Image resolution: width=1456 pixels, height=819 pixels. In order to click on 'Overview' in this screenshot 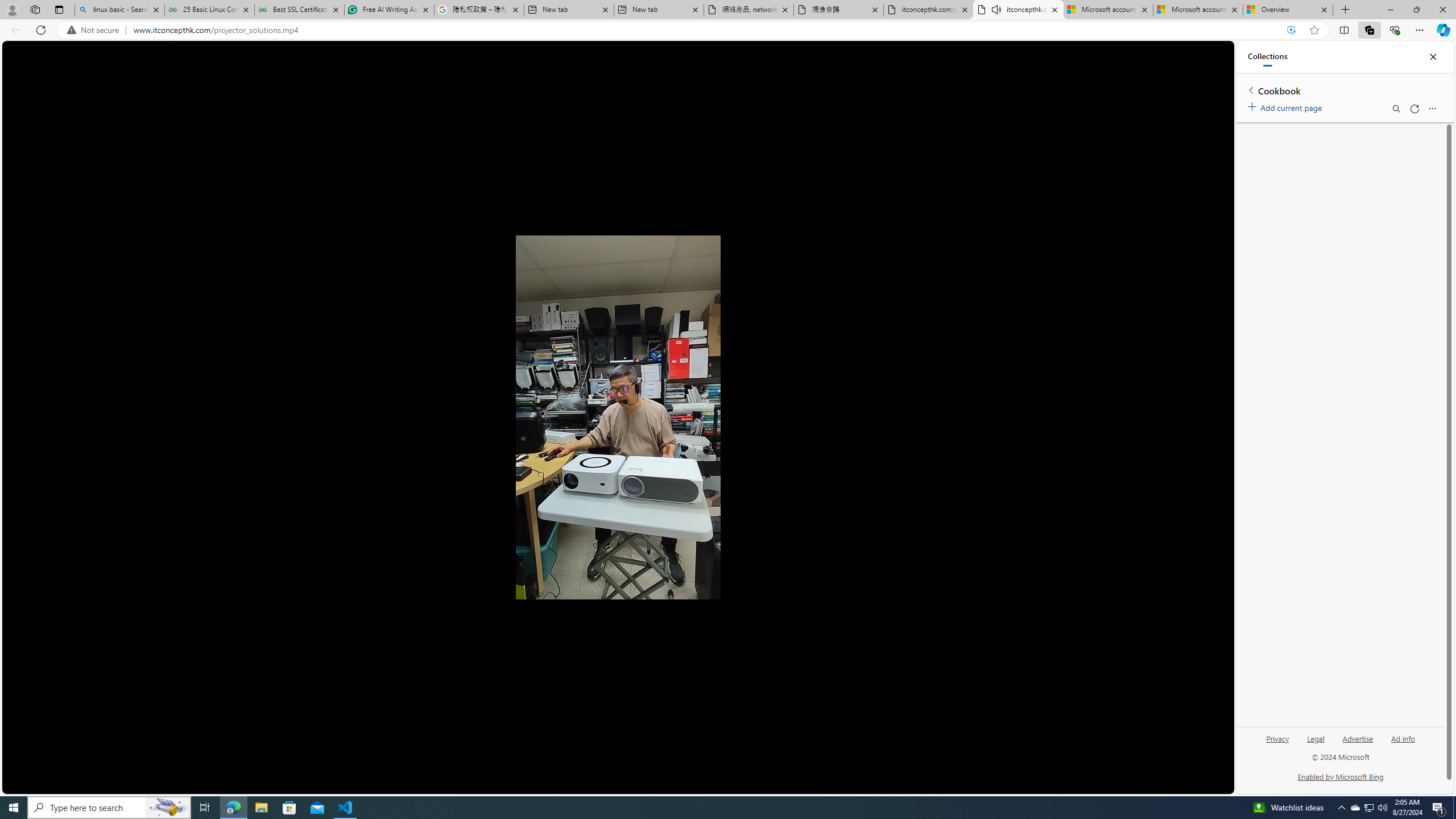, I will do `click(1287, 9)`.